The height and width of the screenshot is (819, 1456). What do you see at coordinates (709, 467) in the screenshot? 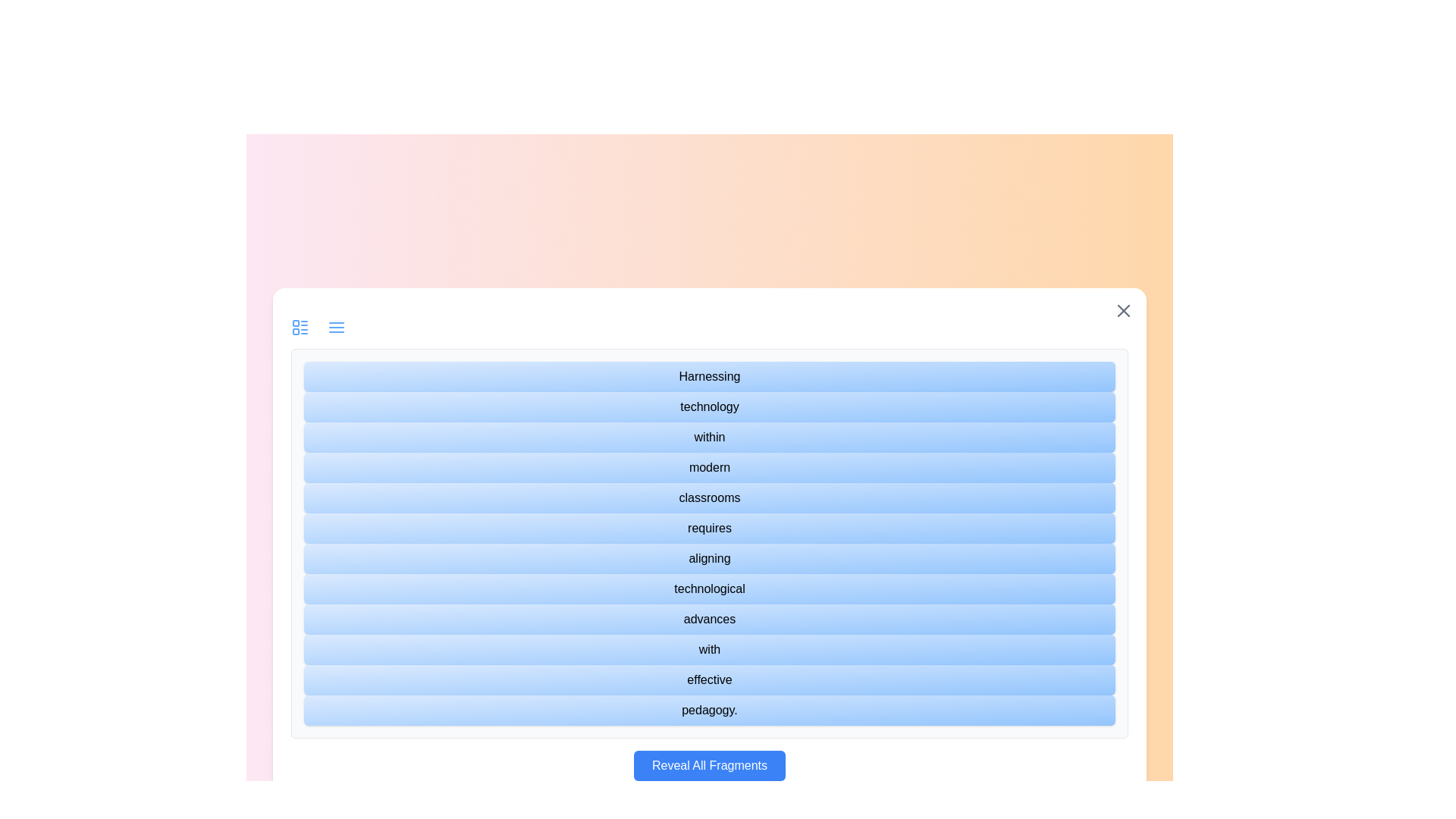
I see `the text fragment labeled 'modern'` at bounding box center [709, 467].